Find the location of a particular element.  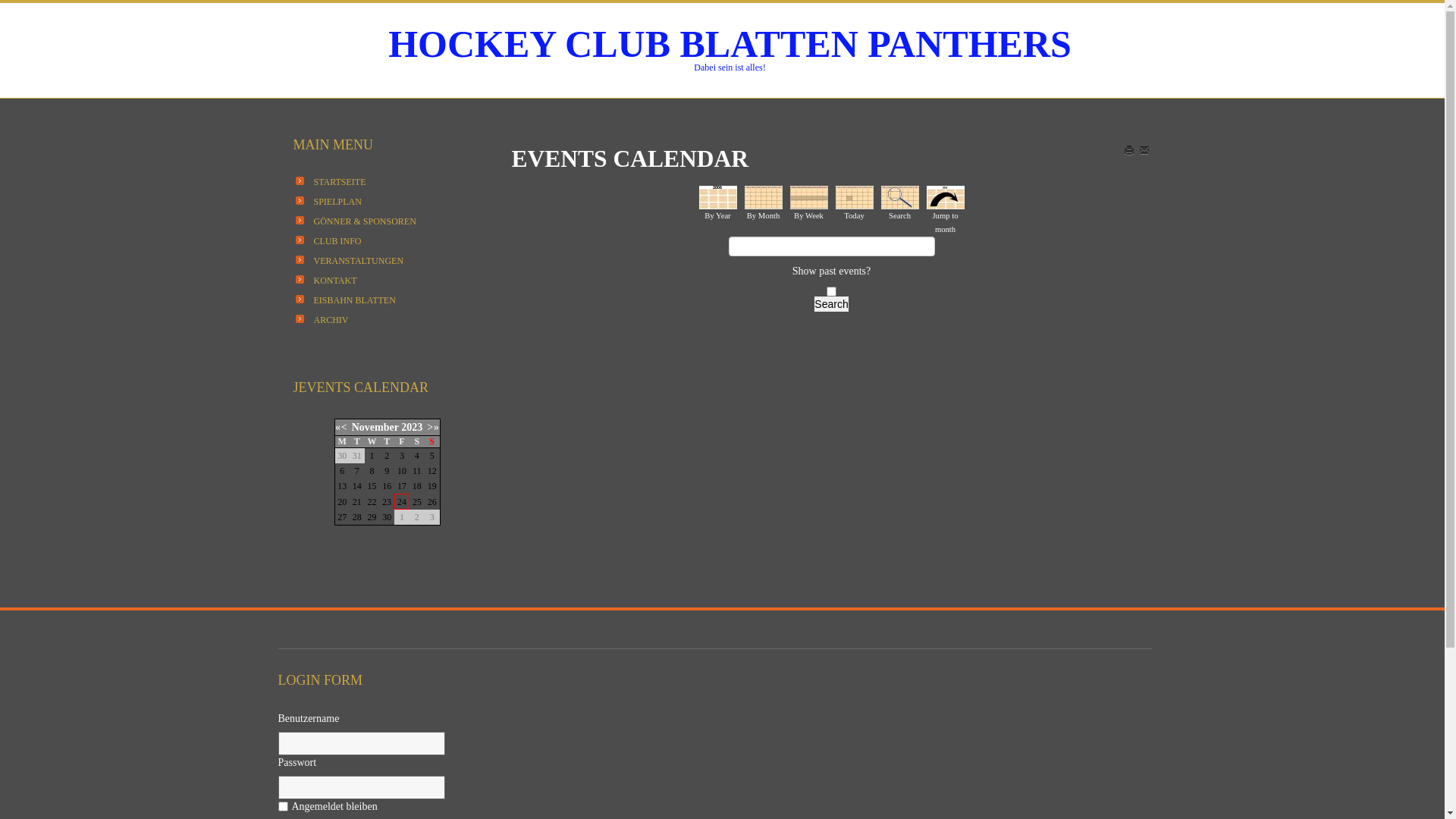

'Search' is located at coordinates (830, 304).